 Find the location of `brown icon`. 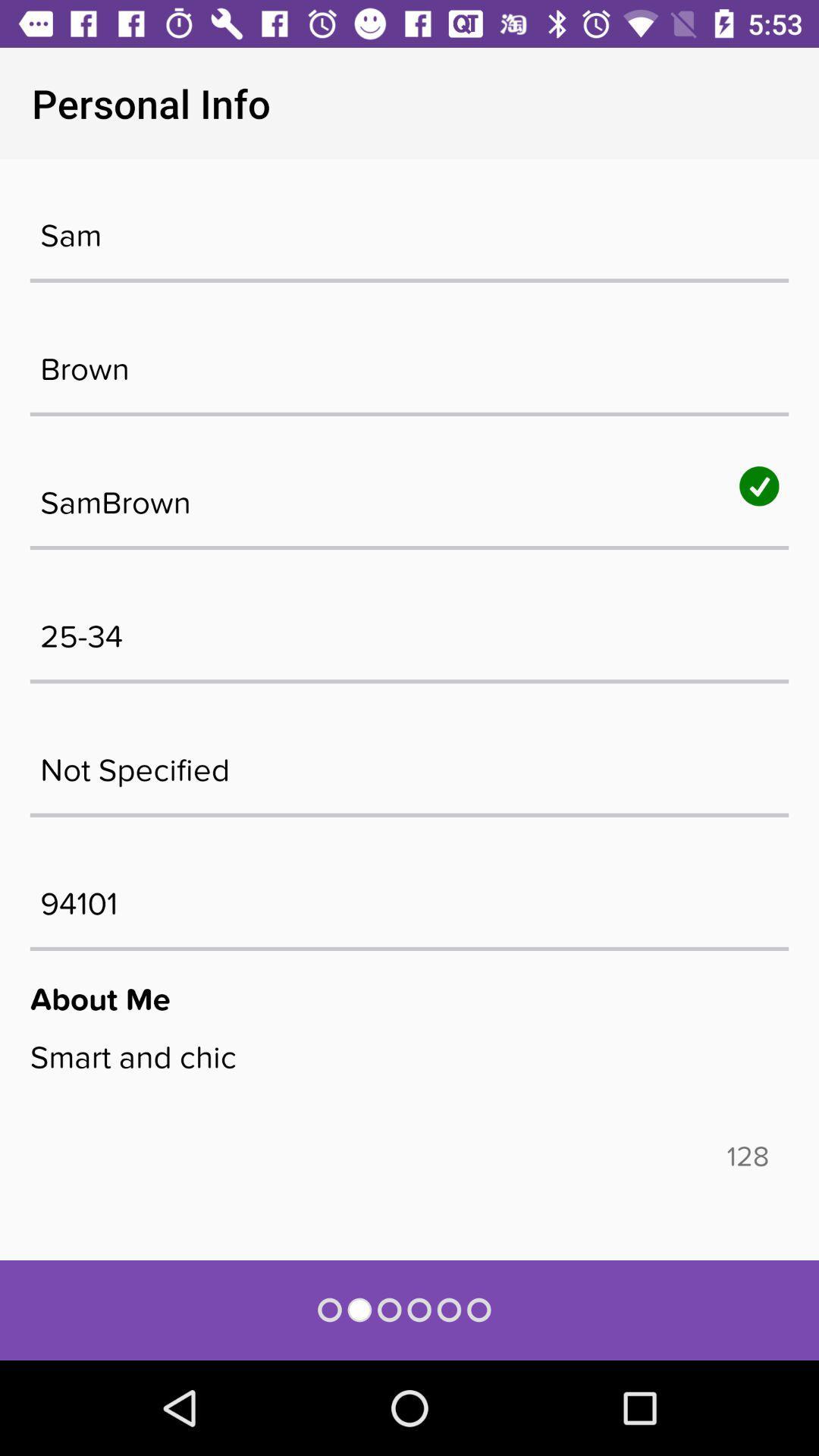

brown icon is located at coordinates (409, 360).